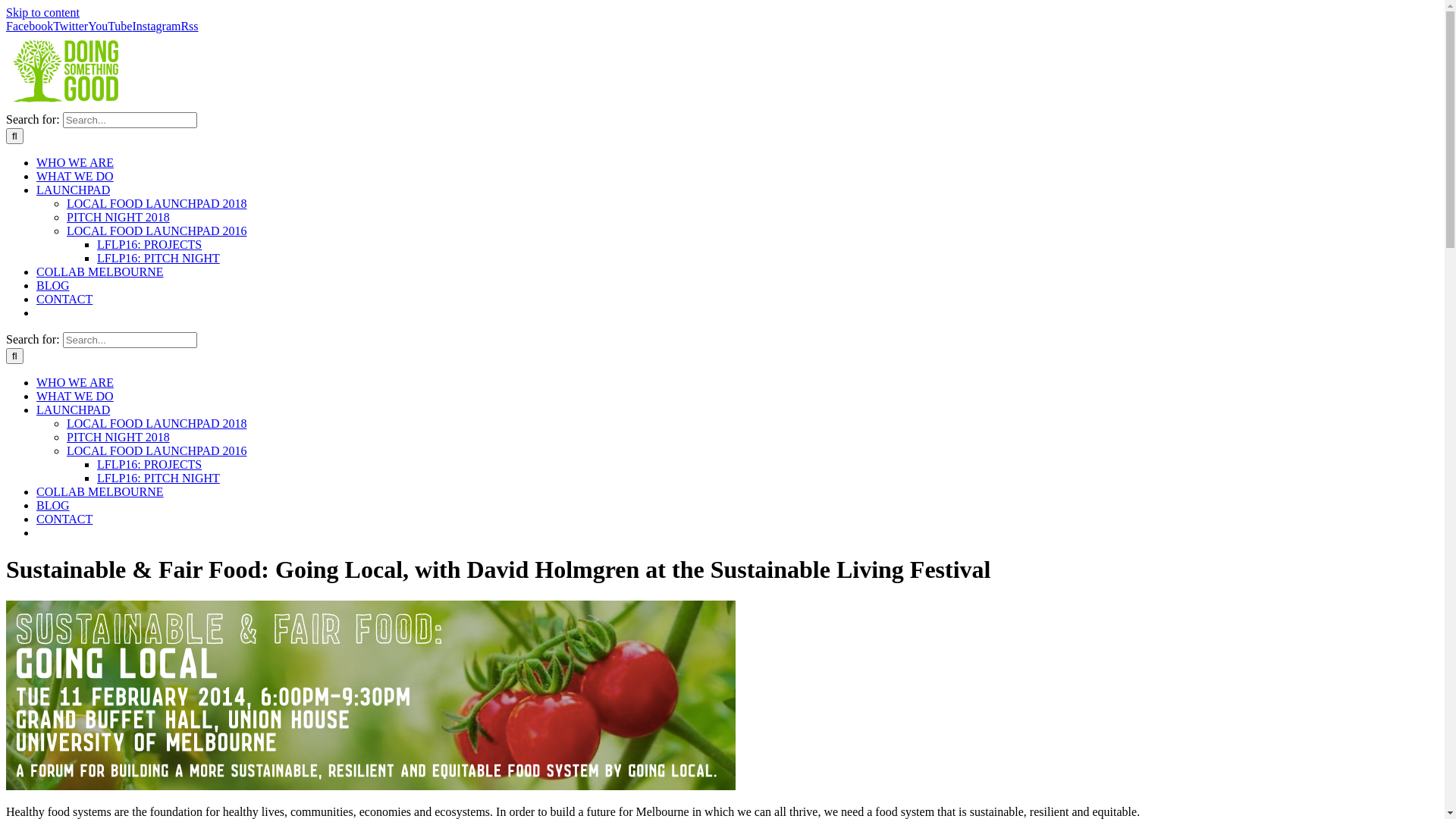  Describe the element at coordinates (36, 189) in the screenshot. I see `'LAUNCHPAD'` at that location.